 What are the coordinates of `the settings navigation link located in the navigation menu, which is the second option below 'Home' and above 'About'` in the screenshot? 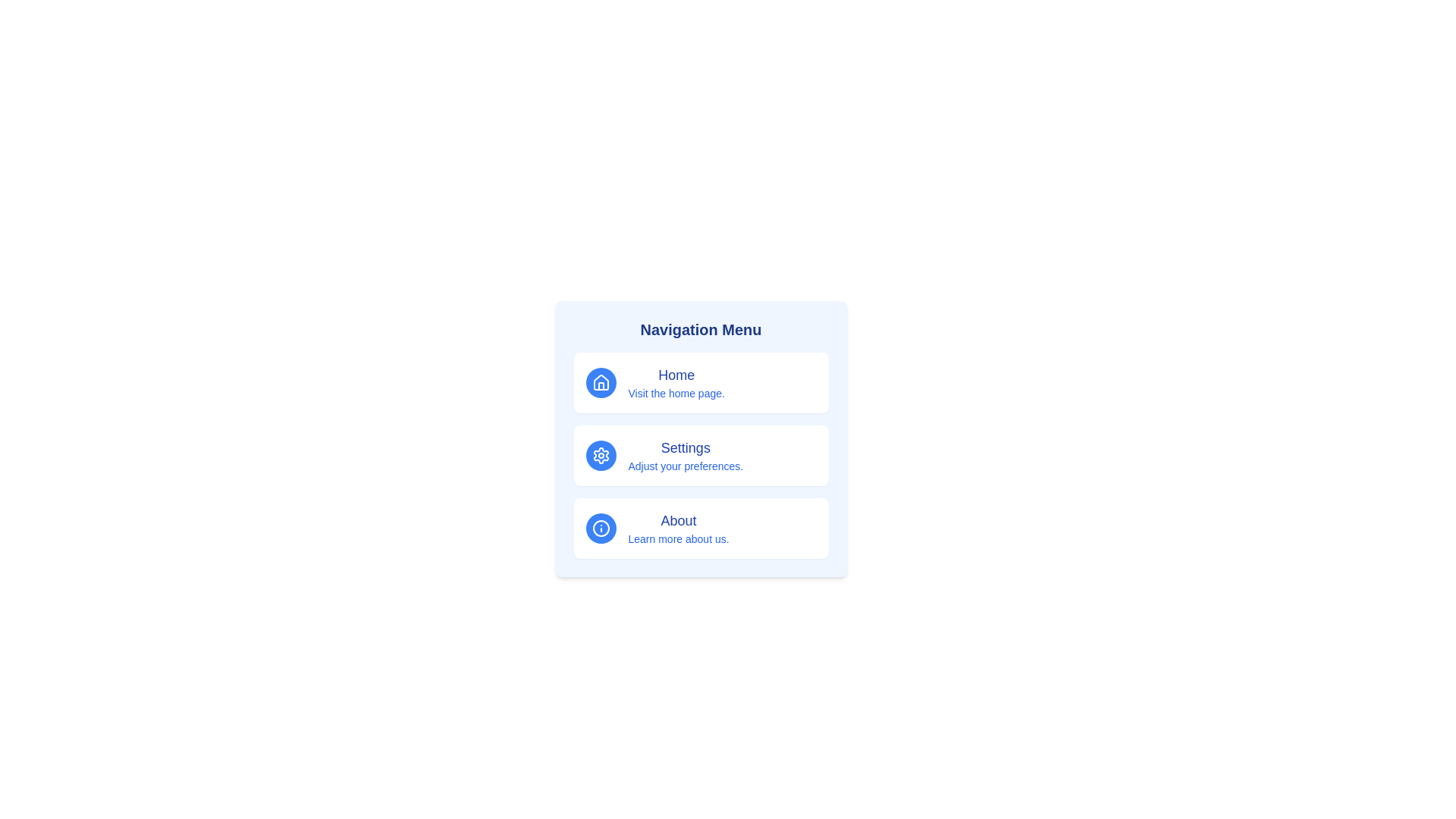 It's located at (700, 455).